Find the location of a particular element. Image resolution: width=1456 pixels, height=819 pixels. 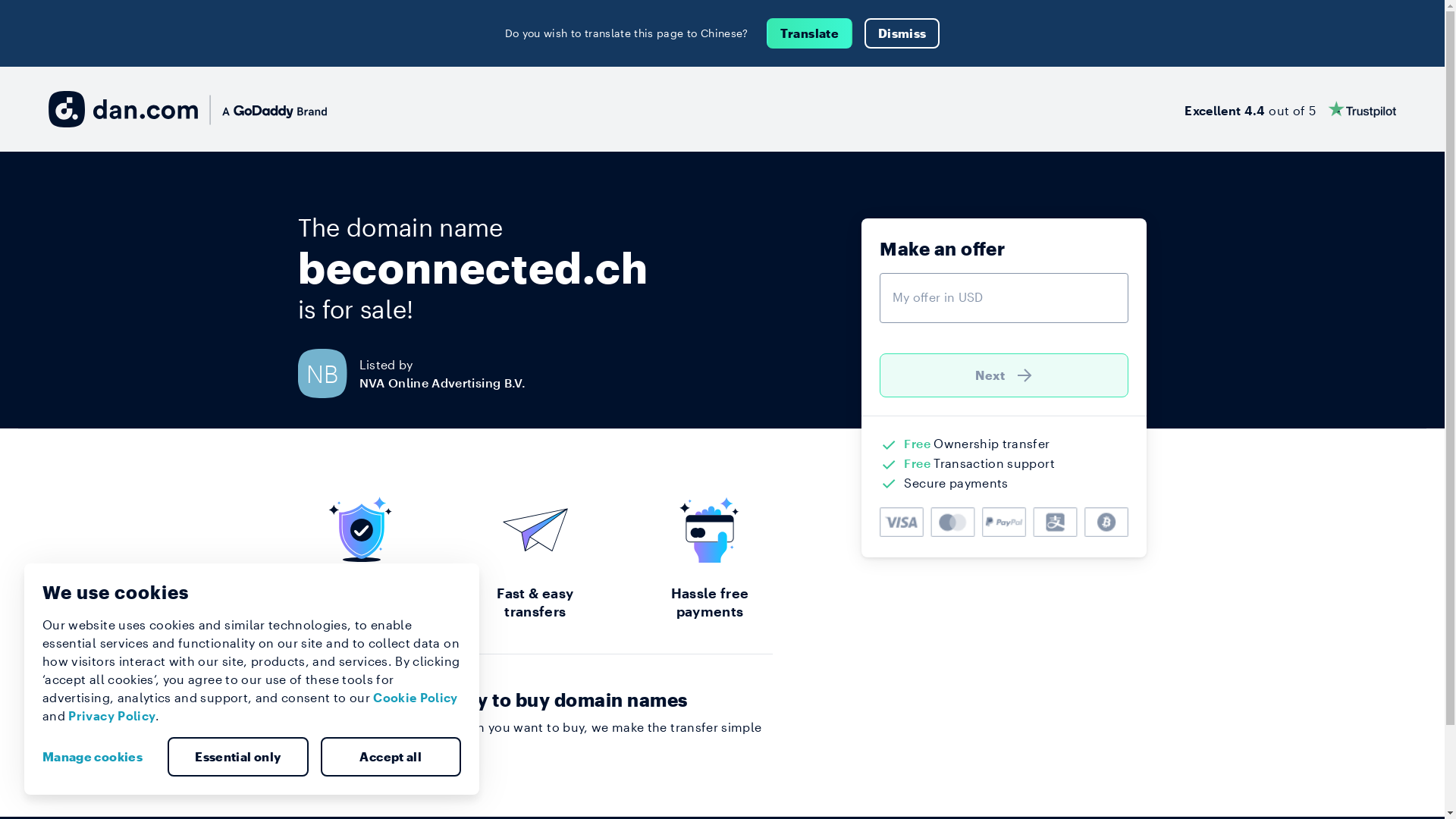

'Cookie Policy' is located at coordinates (415, 697).